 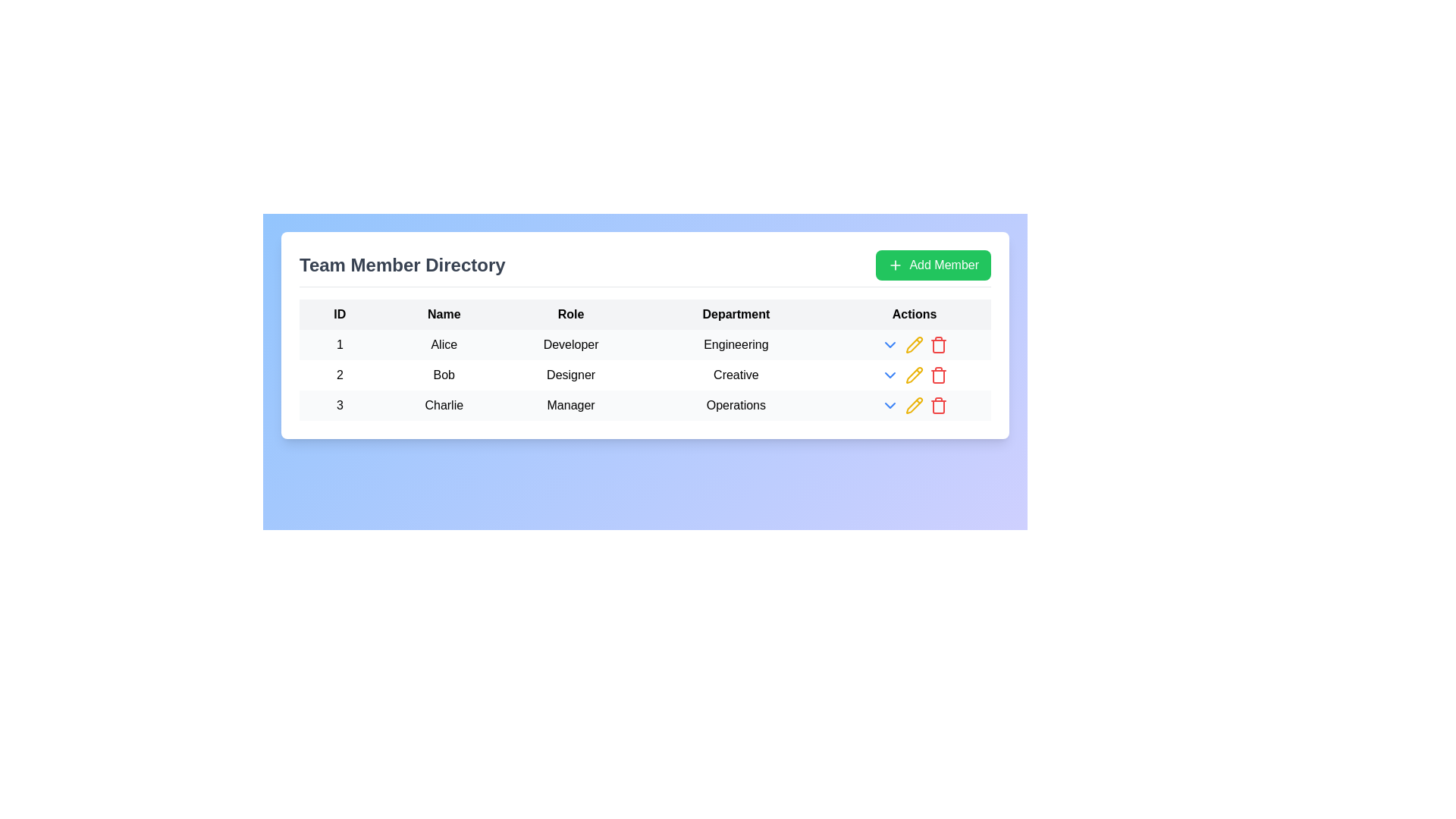 What do you see at coordinates (570, 375) in the screenshot?
I see `the text label displaying 'Designer' in the 'Role' column of the 'Team Member Directory' table` at bounding box center [570, 375].